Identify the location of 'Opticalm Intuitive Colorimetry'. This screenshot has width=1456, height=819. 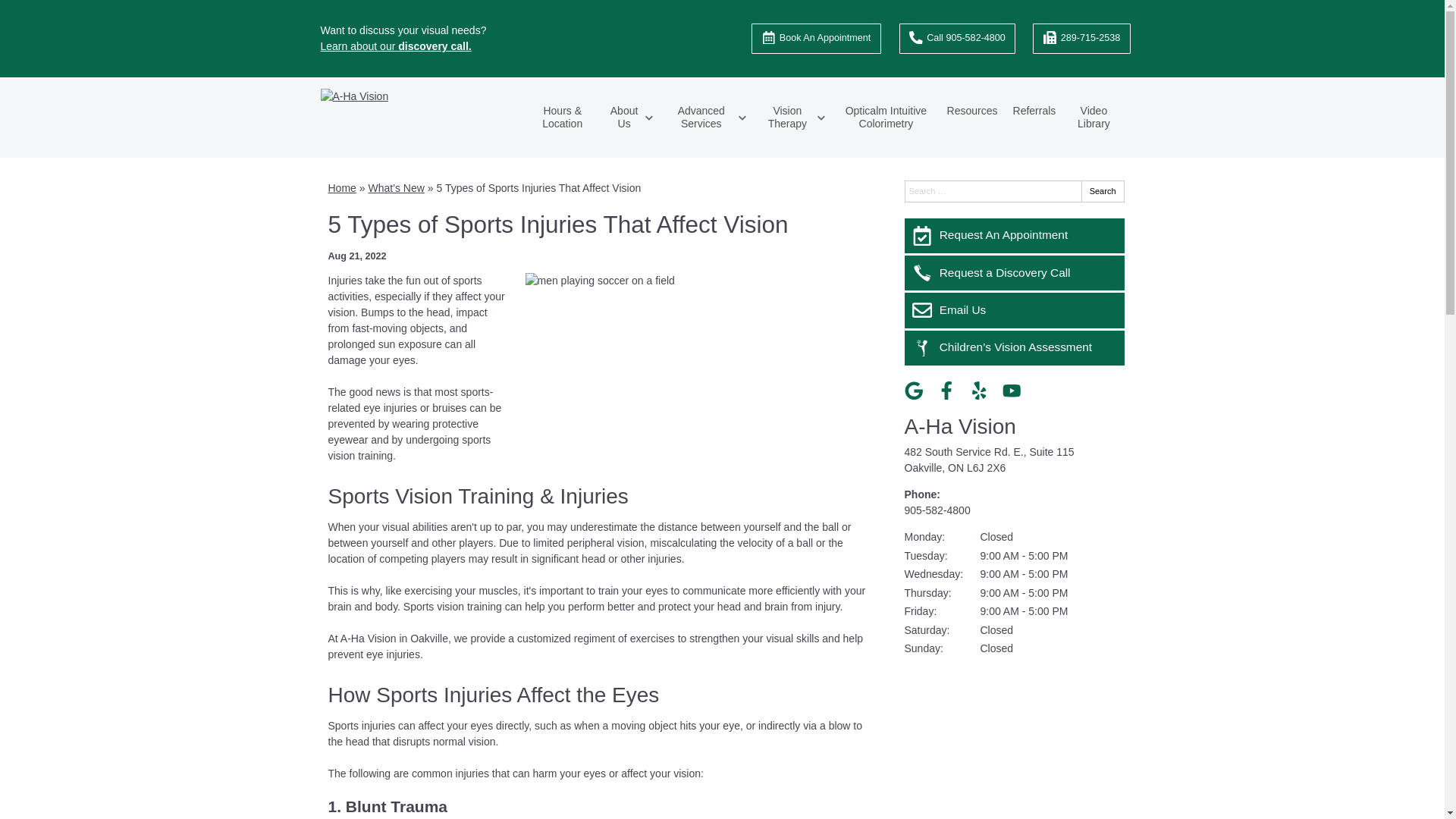
(885, 116).